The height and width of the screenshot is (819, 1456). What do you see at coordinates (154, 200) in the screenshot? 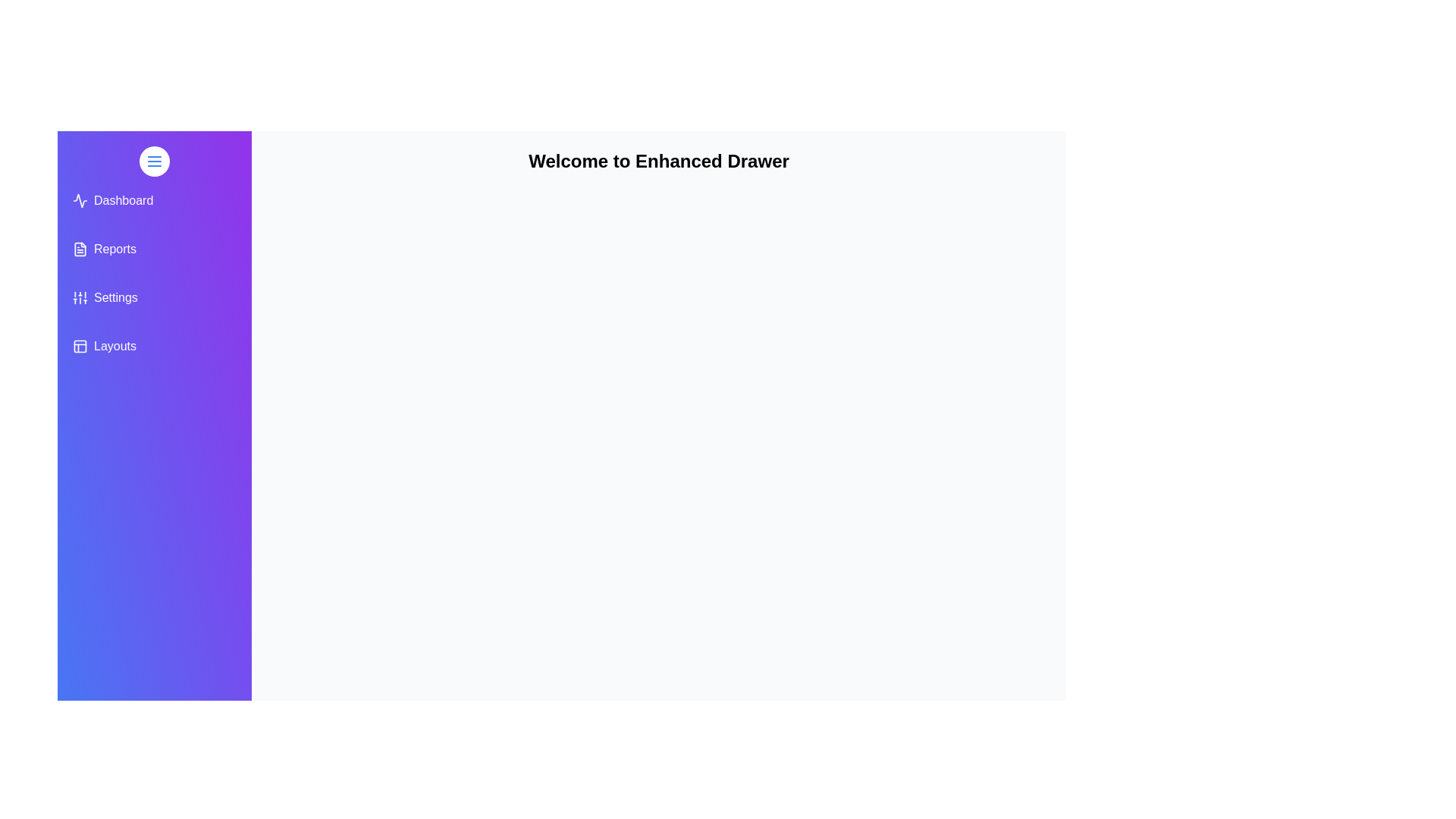
I see `the menu item Dashboard from the drawer` at bounding box center [154, 200].